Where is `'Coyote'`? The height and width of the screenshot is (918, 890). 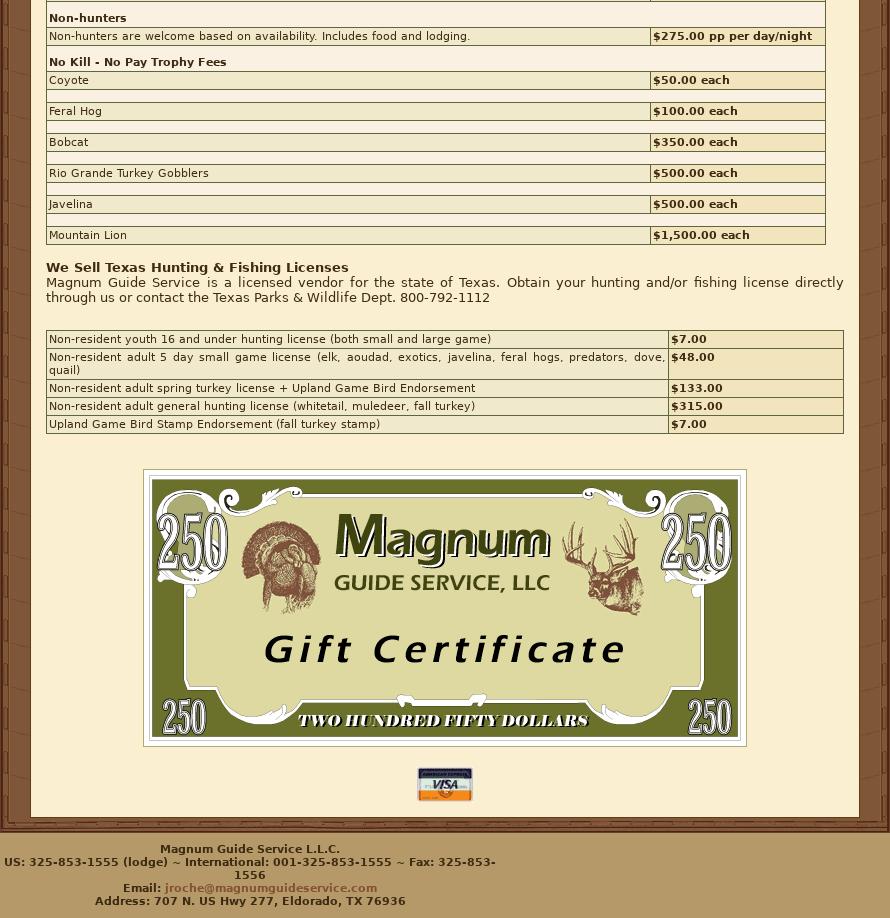
'Coyote' is located at coordinates (68, 79).